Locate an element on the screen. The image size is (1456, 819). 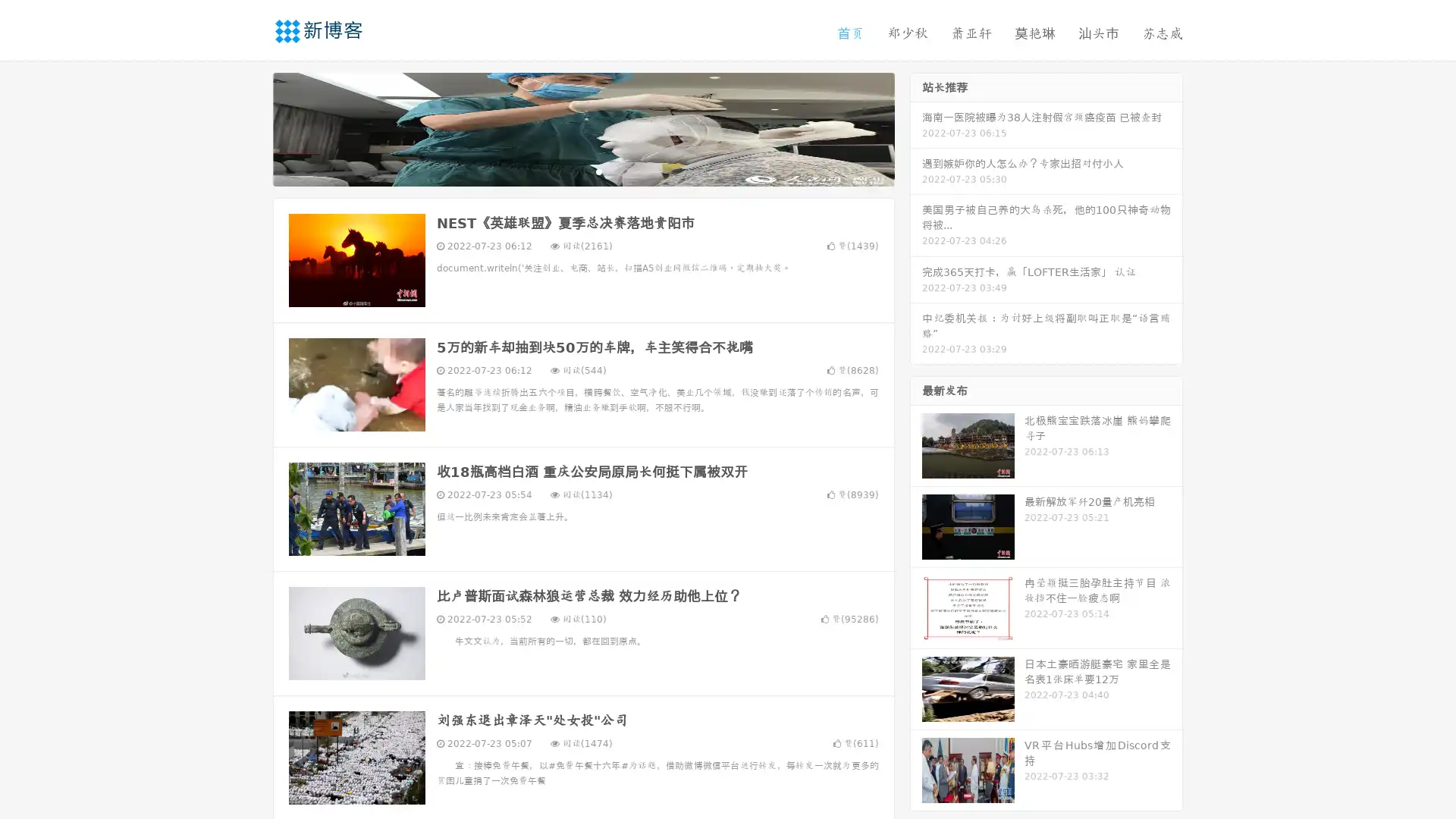
Go to slide 3 is located at coordinates (598, 171).